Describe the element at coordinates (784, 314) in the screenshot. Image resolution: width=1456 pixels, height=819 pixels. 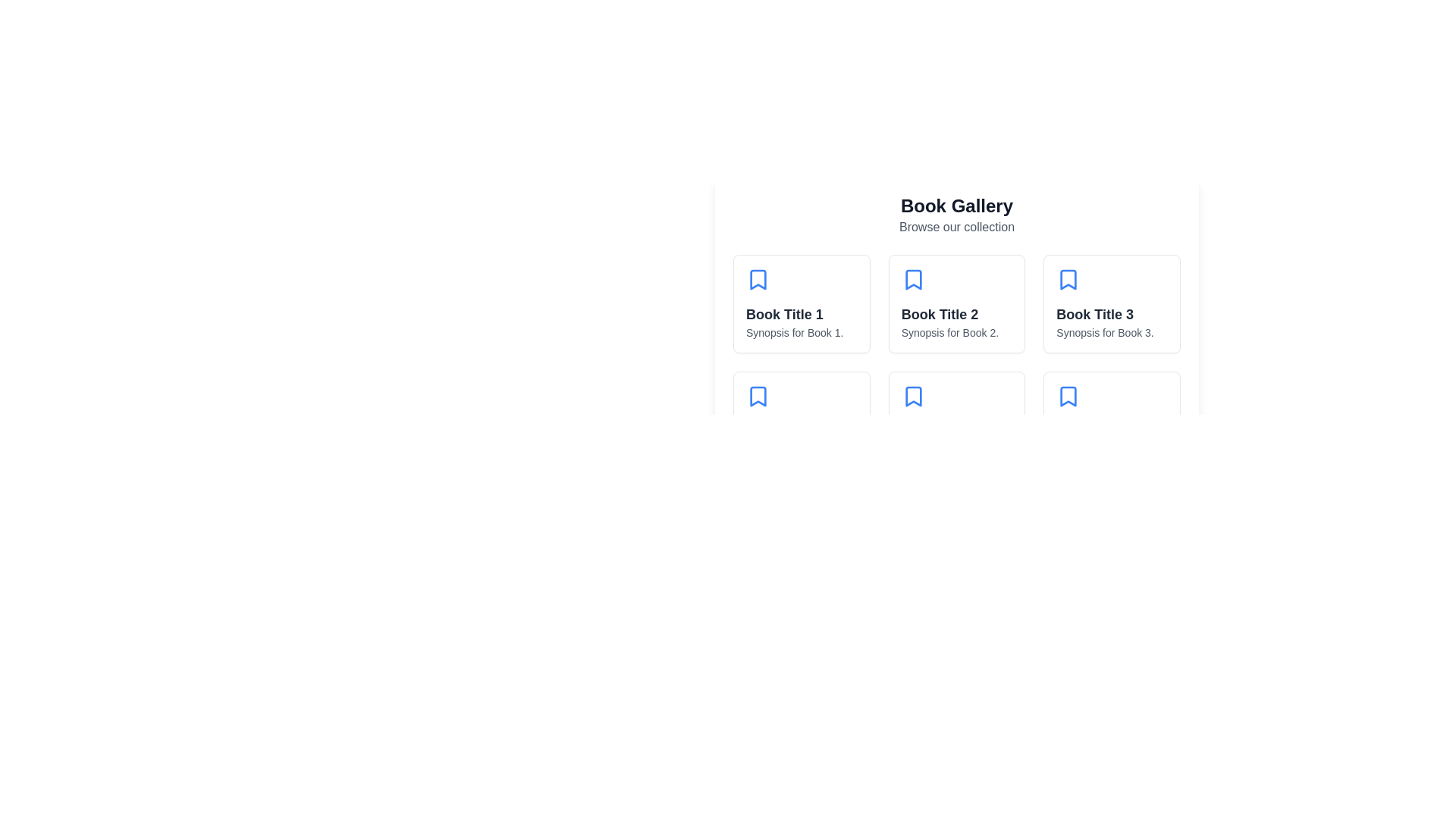
I see `the text label reading 'Book Title 1', which is displayed in a bold and large font style within the first card of the book items grid` at that location.